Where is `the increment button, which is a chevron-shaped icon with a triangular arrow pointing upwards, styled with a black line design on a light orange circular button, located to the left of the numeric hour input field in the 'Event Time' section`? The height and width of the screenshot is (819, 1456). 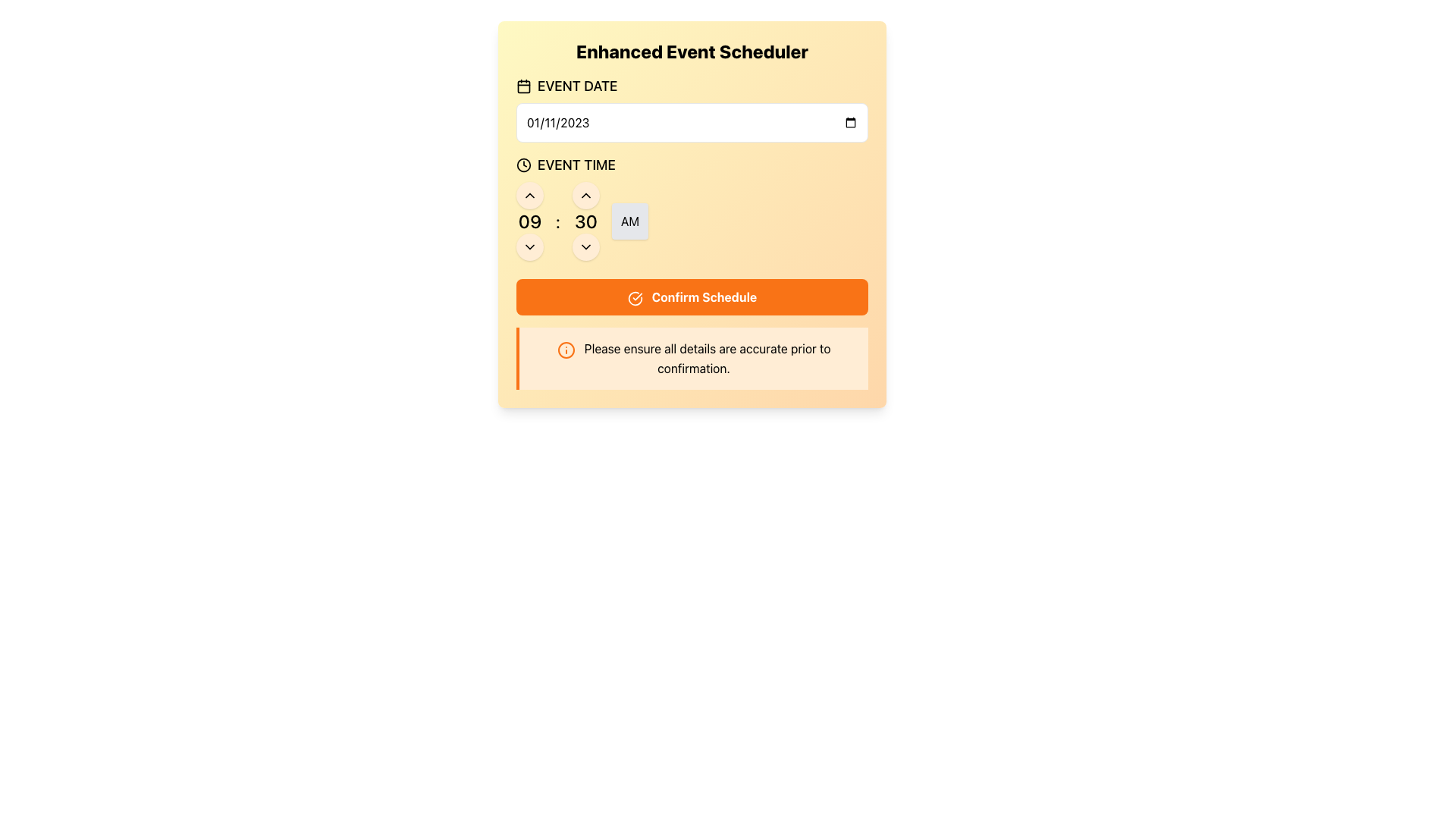
the increment button, which is a chevron-shaped icon with a triangular arrow pointing upwards, styled with a black line design on a light orange circular button, located to the left of the numeric hour input field in the 'Event Time' section is located at coordinates (585, 195).